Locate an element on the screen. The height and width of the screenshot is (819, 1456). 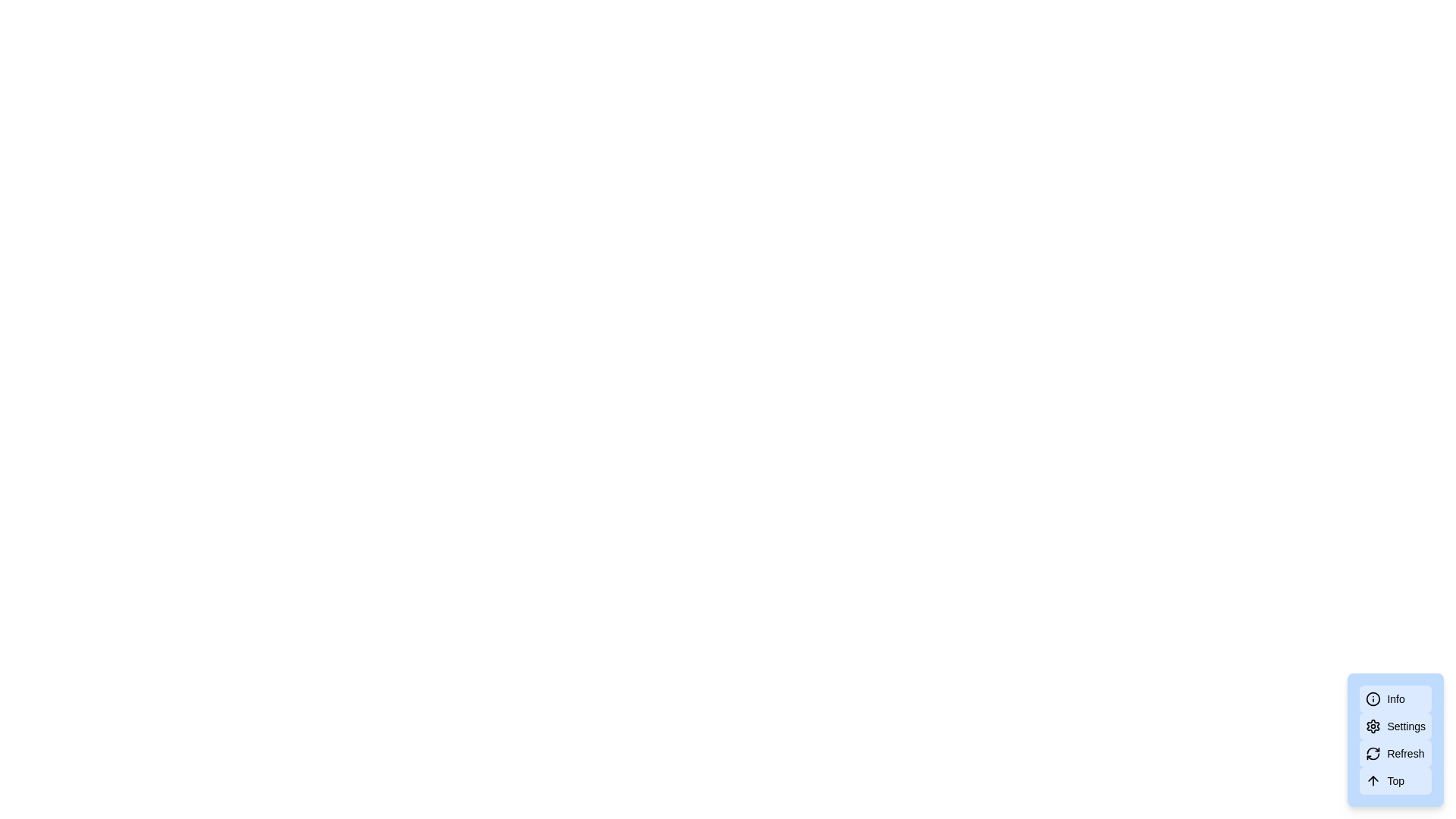
the 'Refresh' button, which is a rectangular button with rounded corners, light blue background, and a refresh icon on the left side of the text label 'Refresh' is located at coordinates (1395, 754).